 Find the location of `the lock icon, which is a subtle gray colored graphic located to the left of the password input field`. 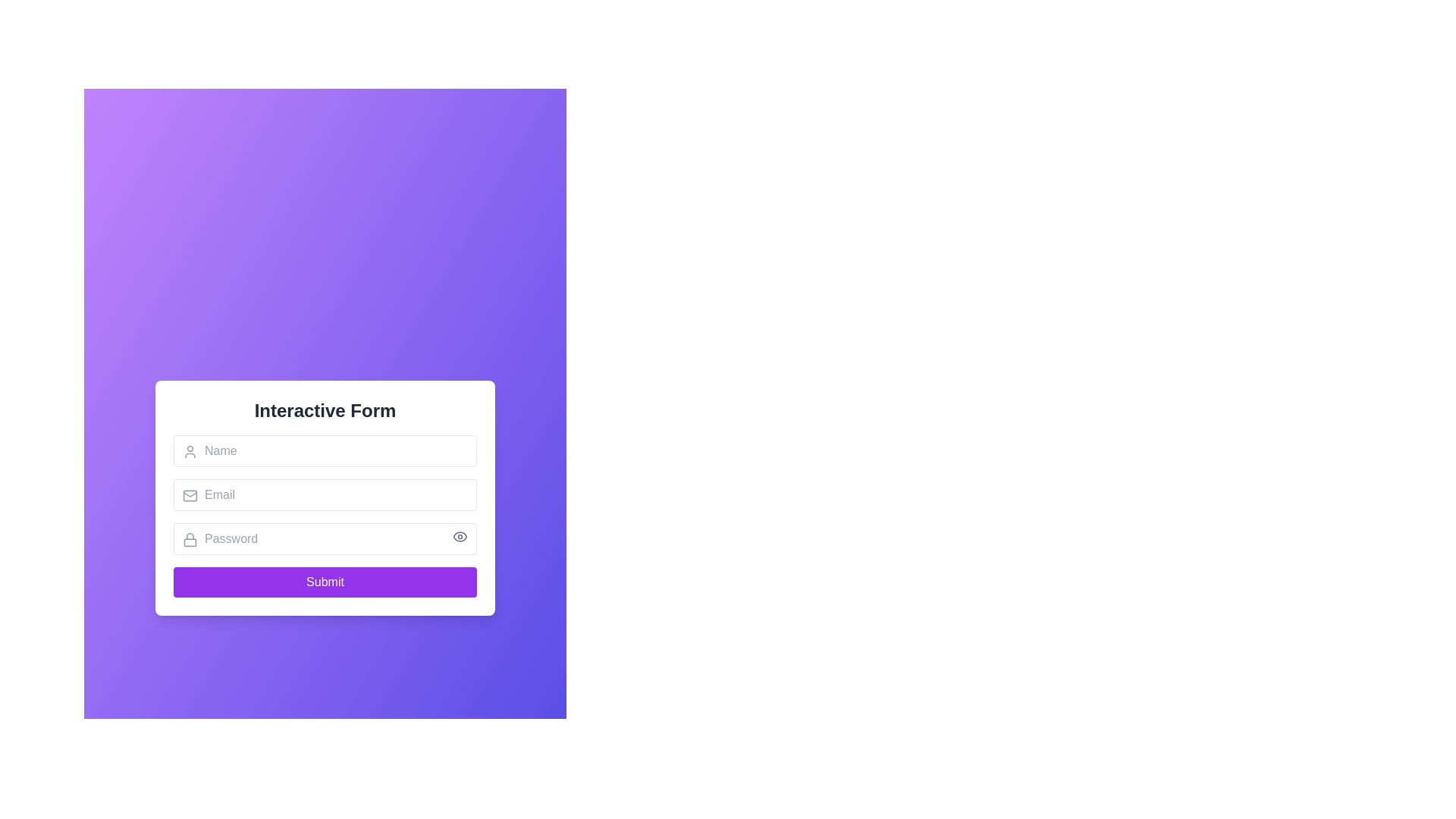

the lock icon, which is a subtle gray colored graphic located to the left of the password input field is located at coordinates (189, 539).